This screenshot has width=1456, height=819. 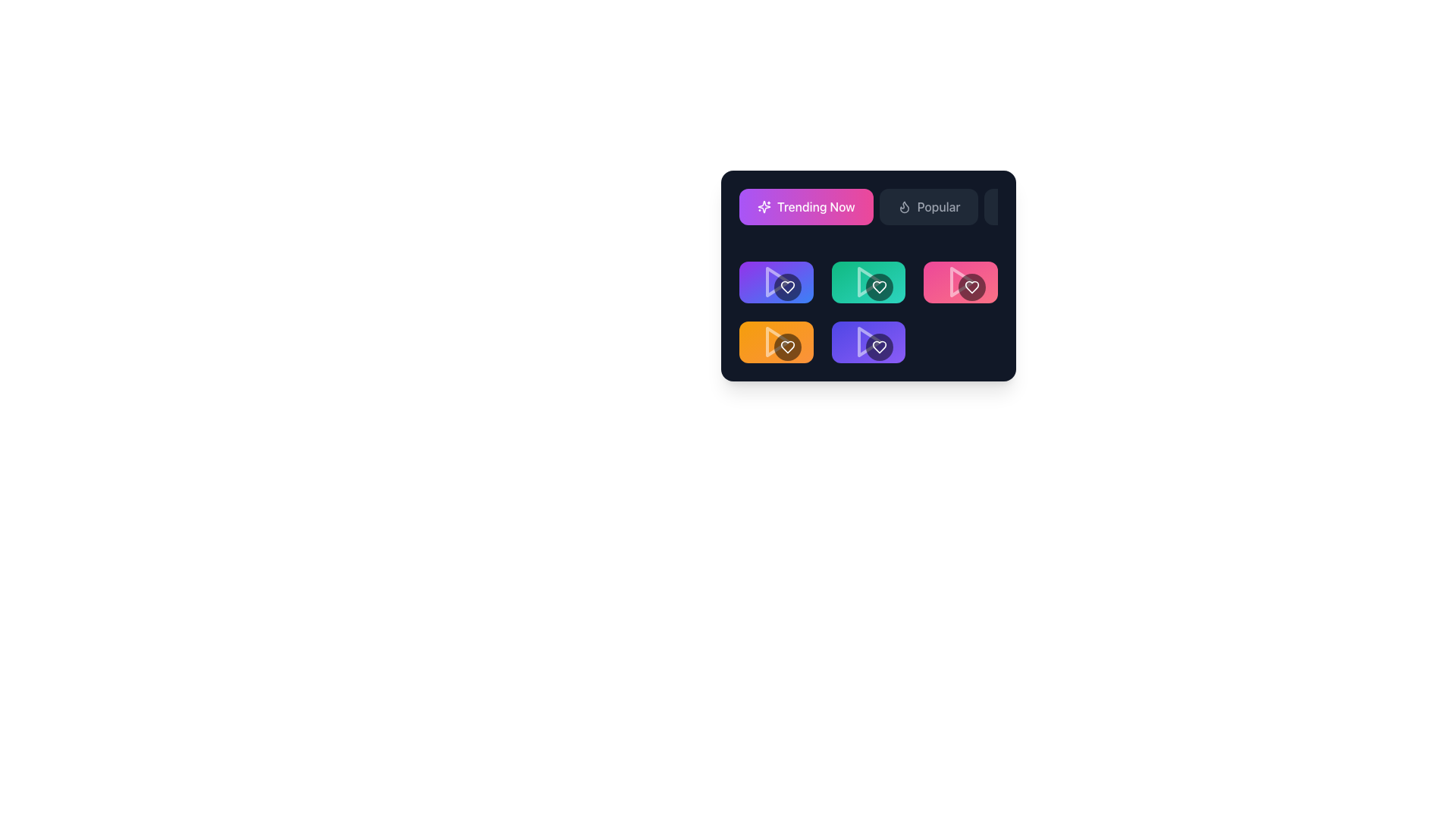 I want to click on the visual appearance of the outlined thumbs-up SVG graphical icon located at the center of the interface, so click(x=861, y=334).